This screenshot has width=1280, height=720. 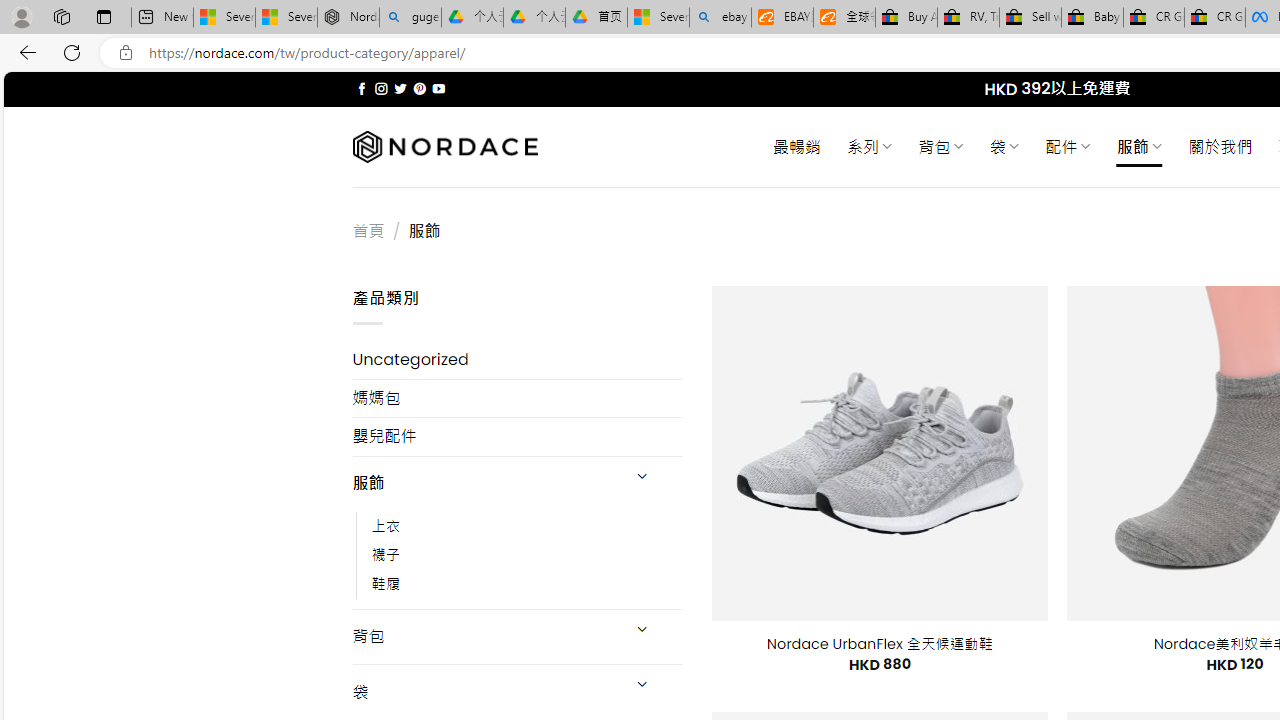 I want to click on 'RV, Trailer & Camper Steps & Ladders for sale | eBay', so click(x=968, y=17).